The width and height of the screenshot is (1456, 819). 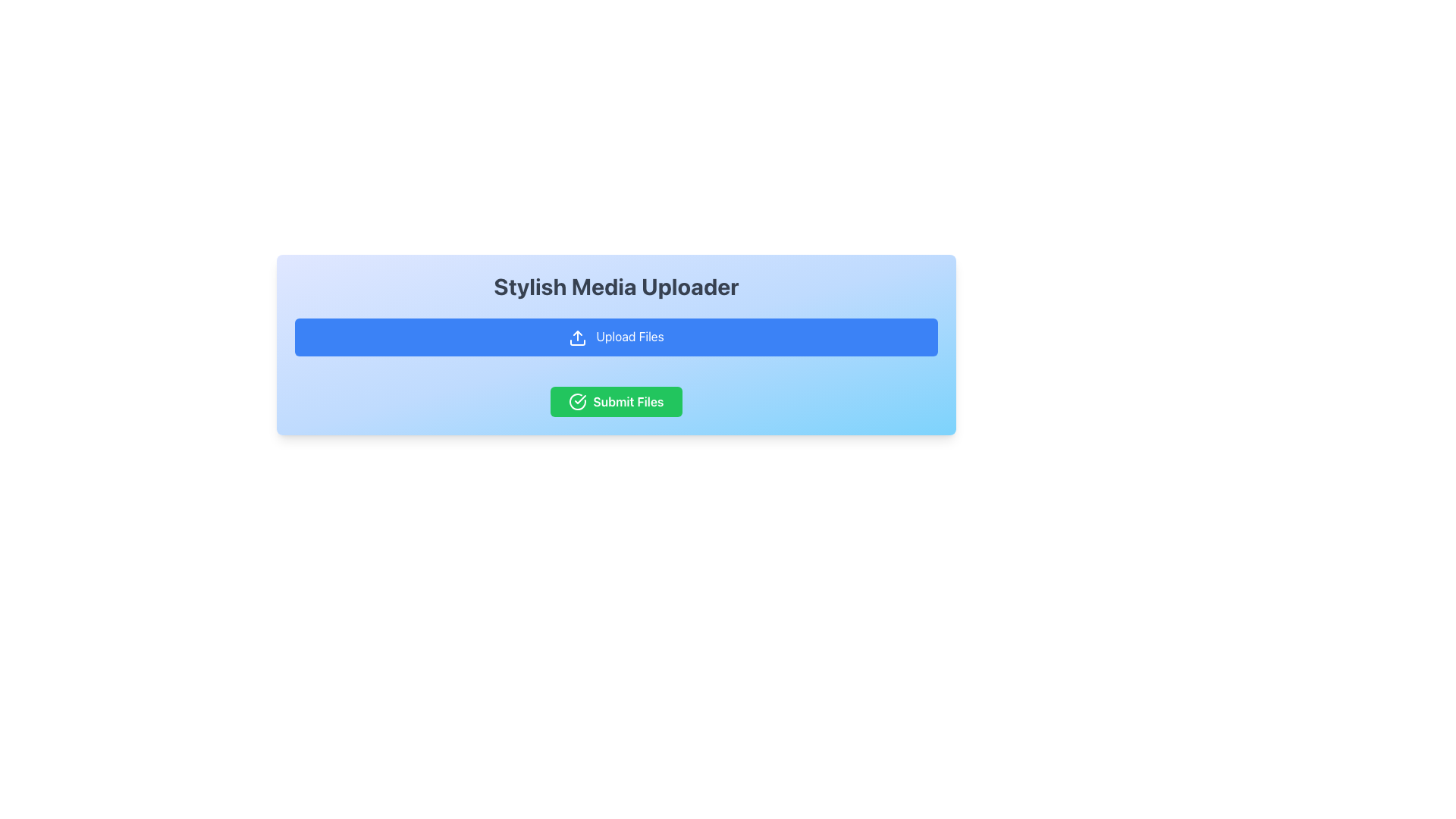 What do you see at coordinates (577, 337) in the screenshot?
I see `the blue upload icon, which is an upwards arrow located to the left of the 'Upload Files' button` at bounding box center [577, 337].